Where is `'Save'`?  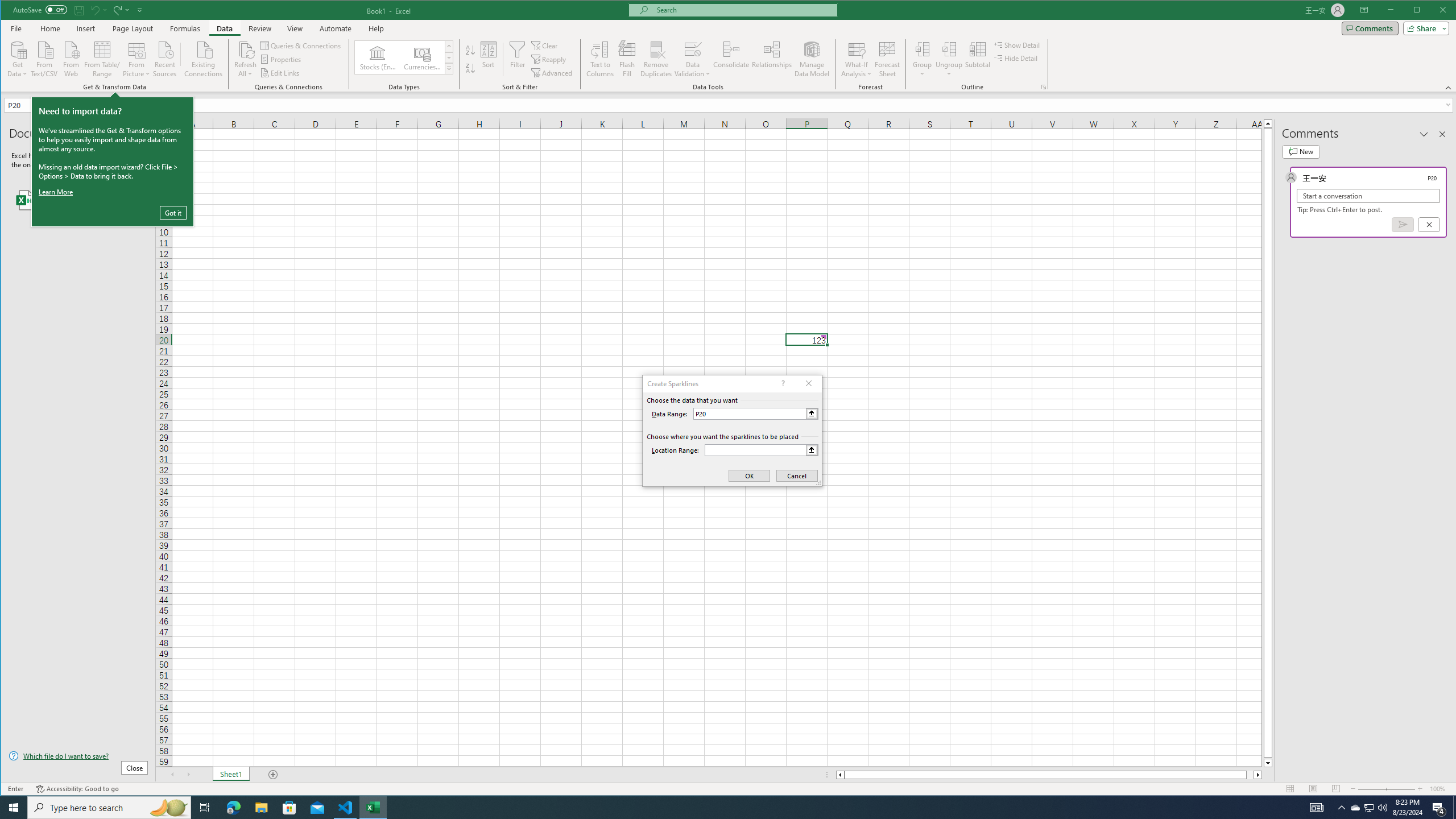
'Save' is located at coordinates (78, 9).